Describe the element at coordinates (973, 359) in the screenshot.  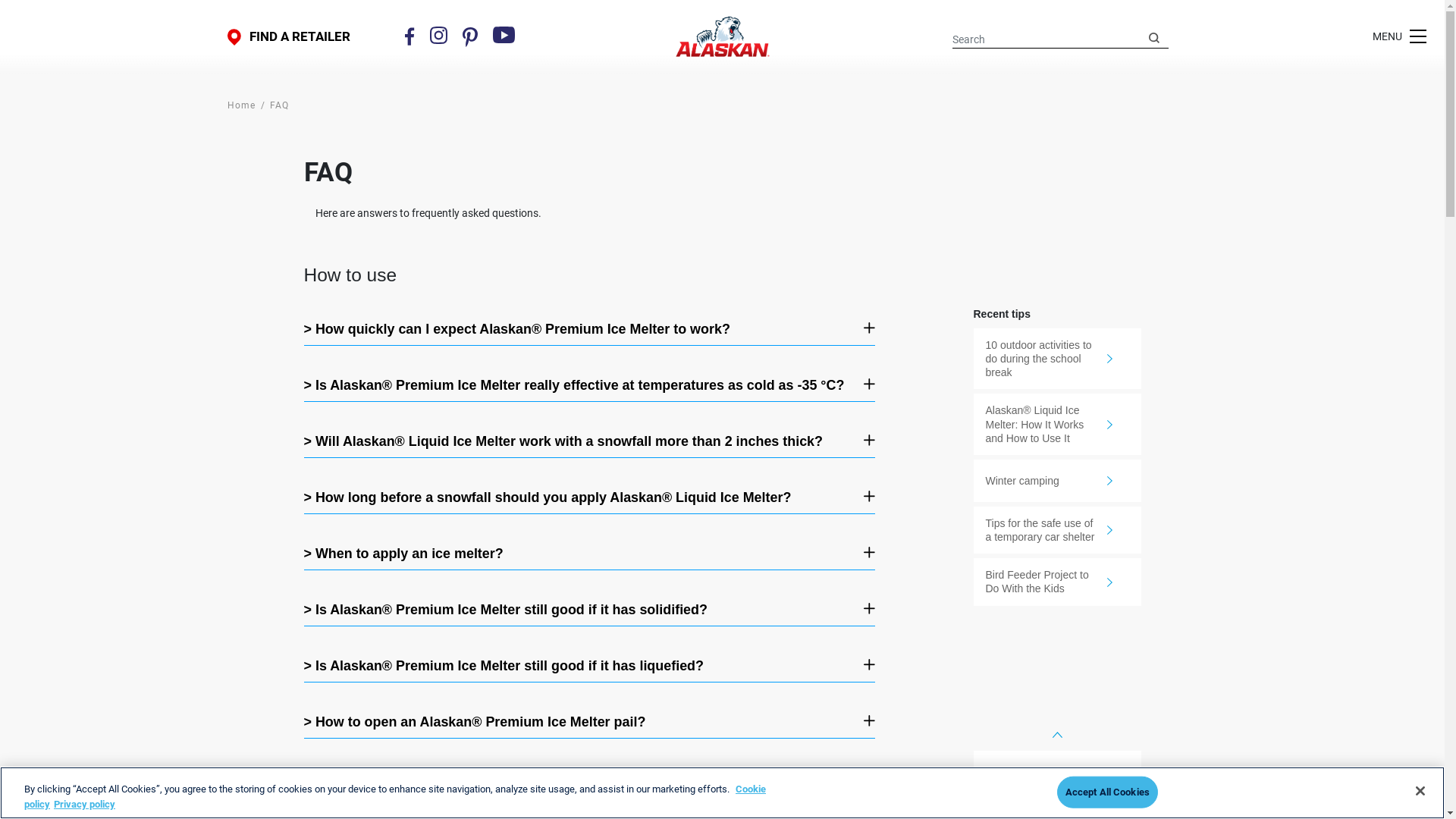
I see `'10 outdoor activities to do during the school break'` at that location.